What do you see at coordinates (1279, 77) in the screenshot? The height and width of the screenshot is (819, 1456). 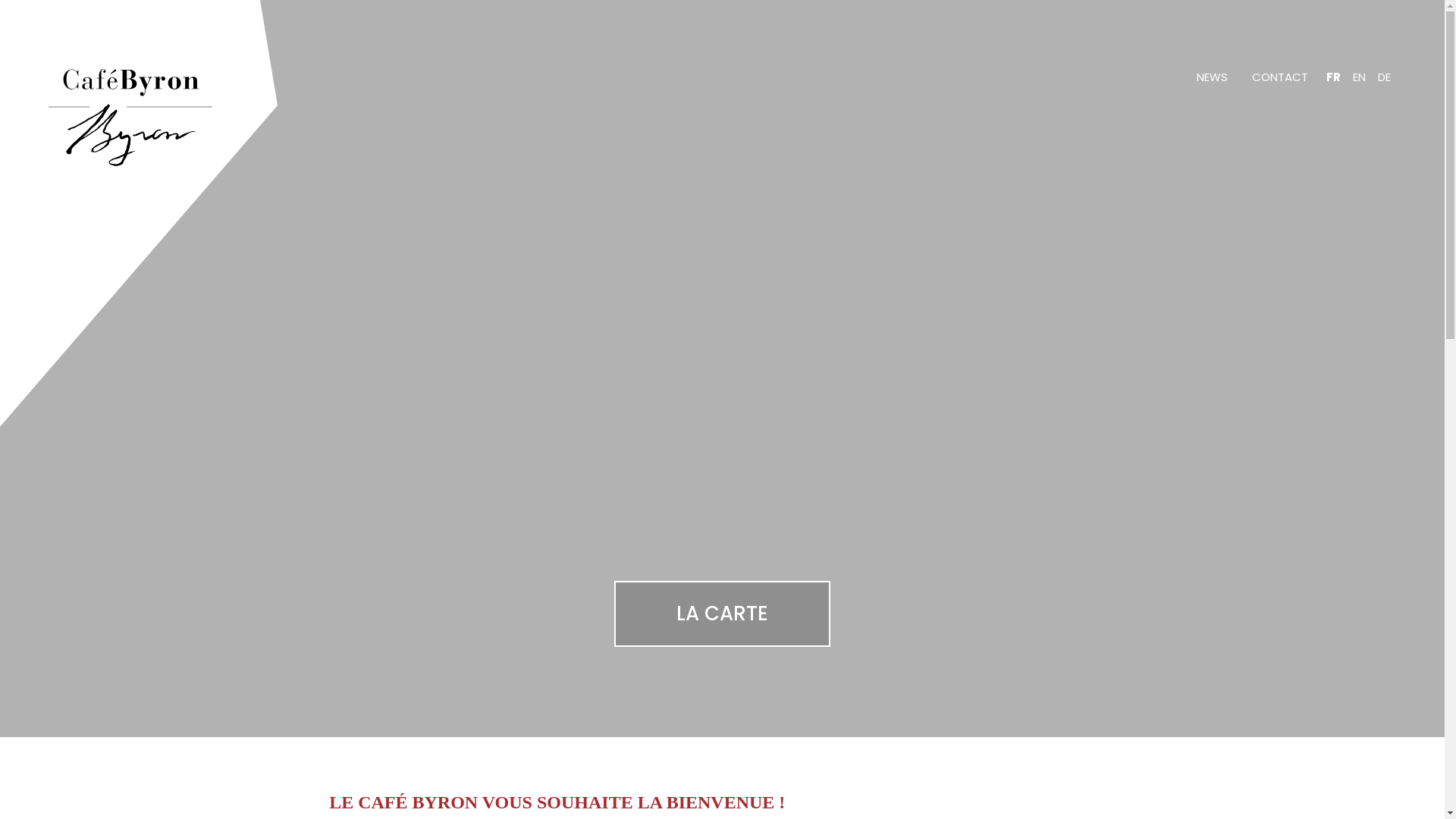 I see `'CONTACT'` at bounding box center [1279, 77].